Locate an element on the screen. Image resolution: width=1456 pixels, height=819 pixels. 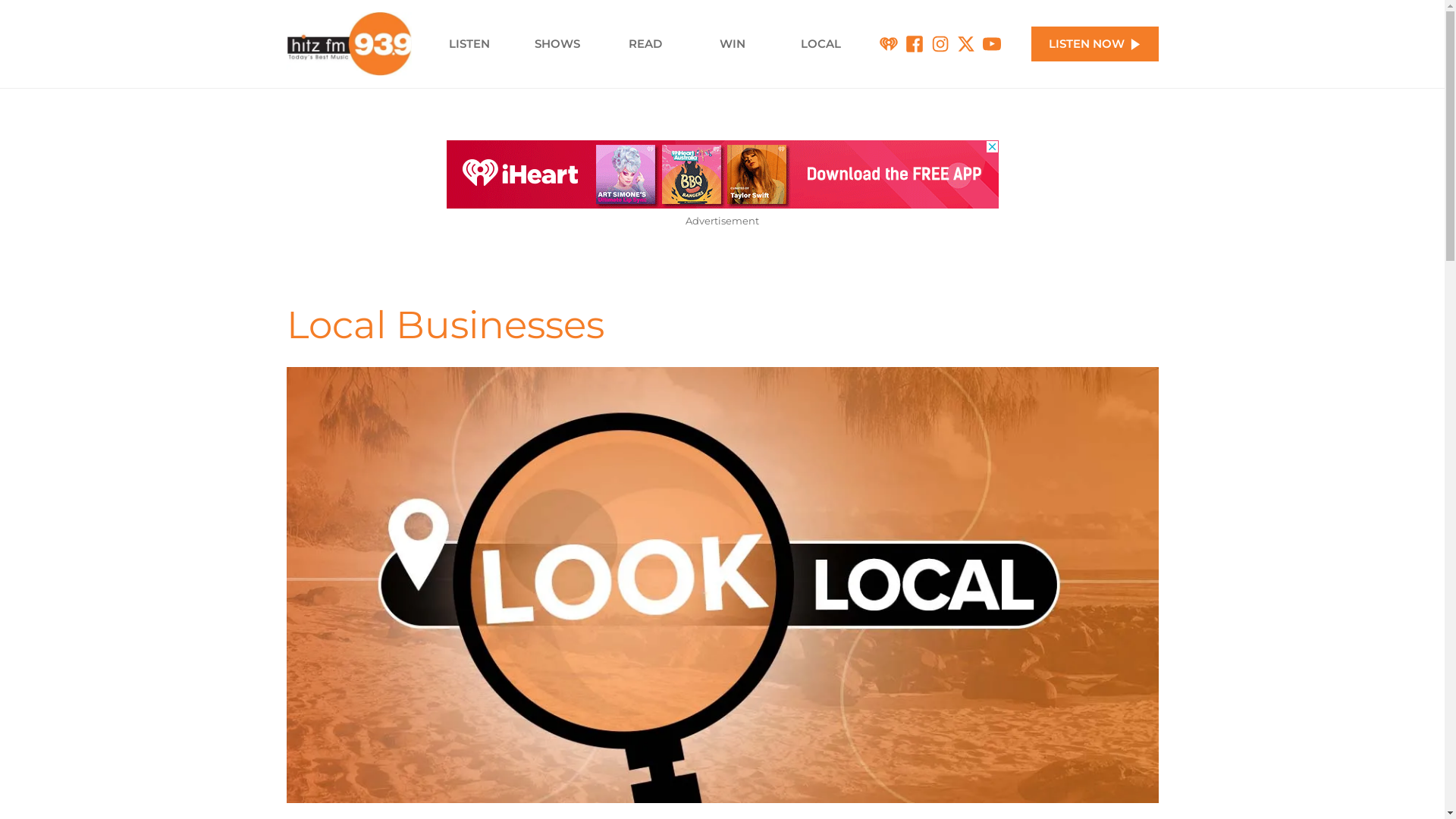
'SHOWS' is located at coordinates (556, 42).